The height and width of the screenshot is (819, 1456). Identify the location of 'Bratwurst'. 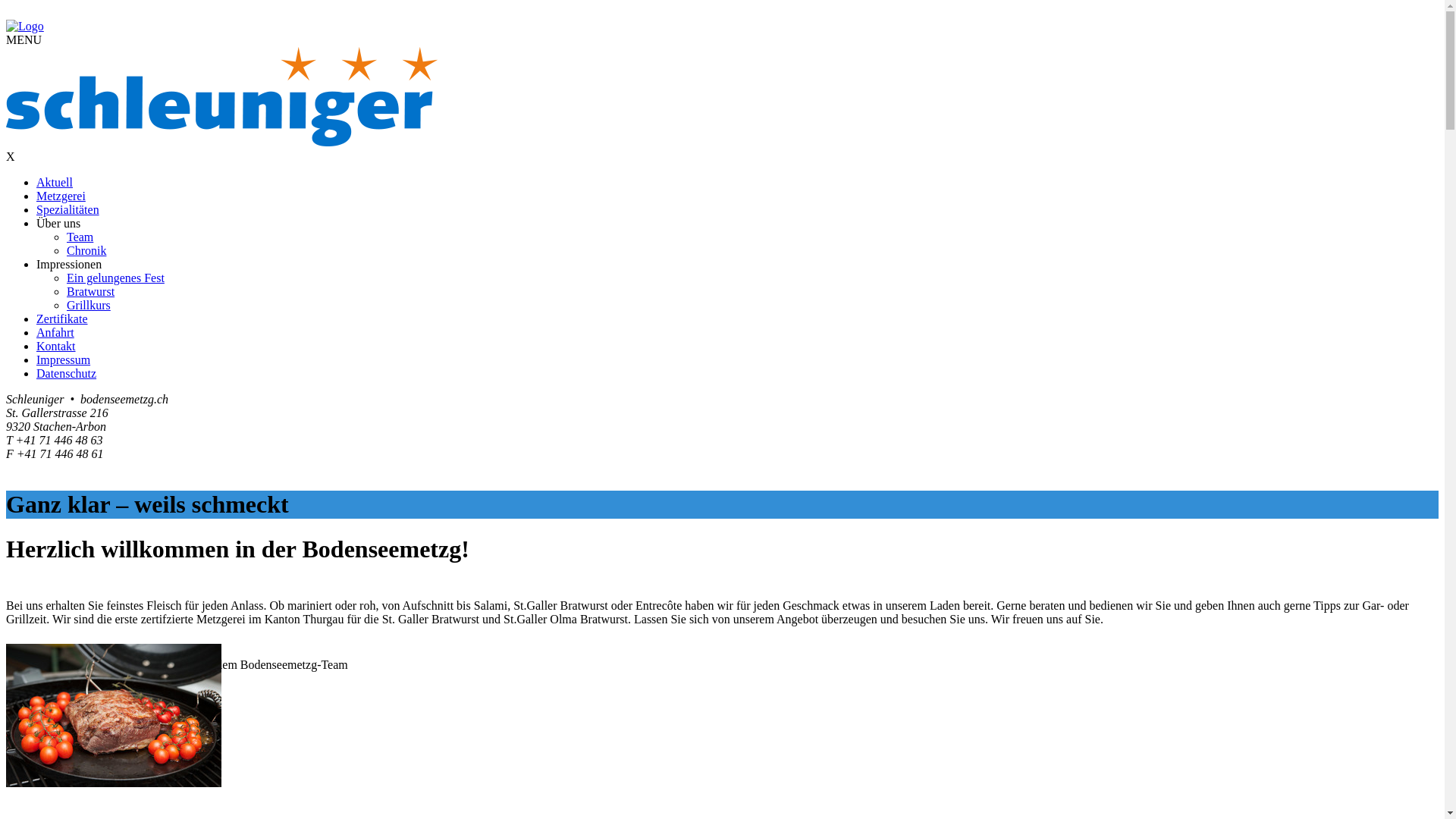
(89, 291).